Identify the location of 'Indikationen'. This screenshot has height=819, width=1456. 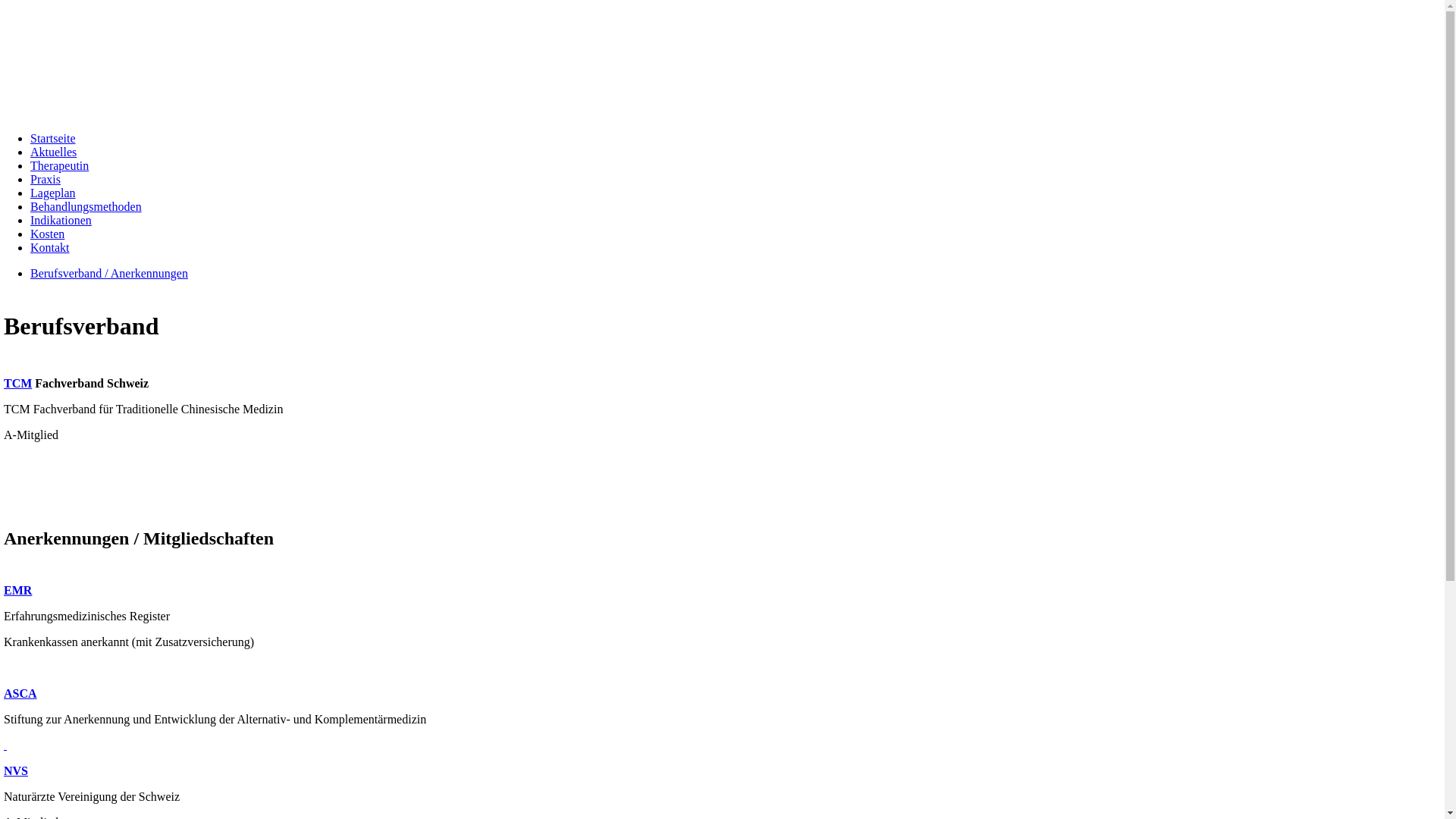
(61, 220).